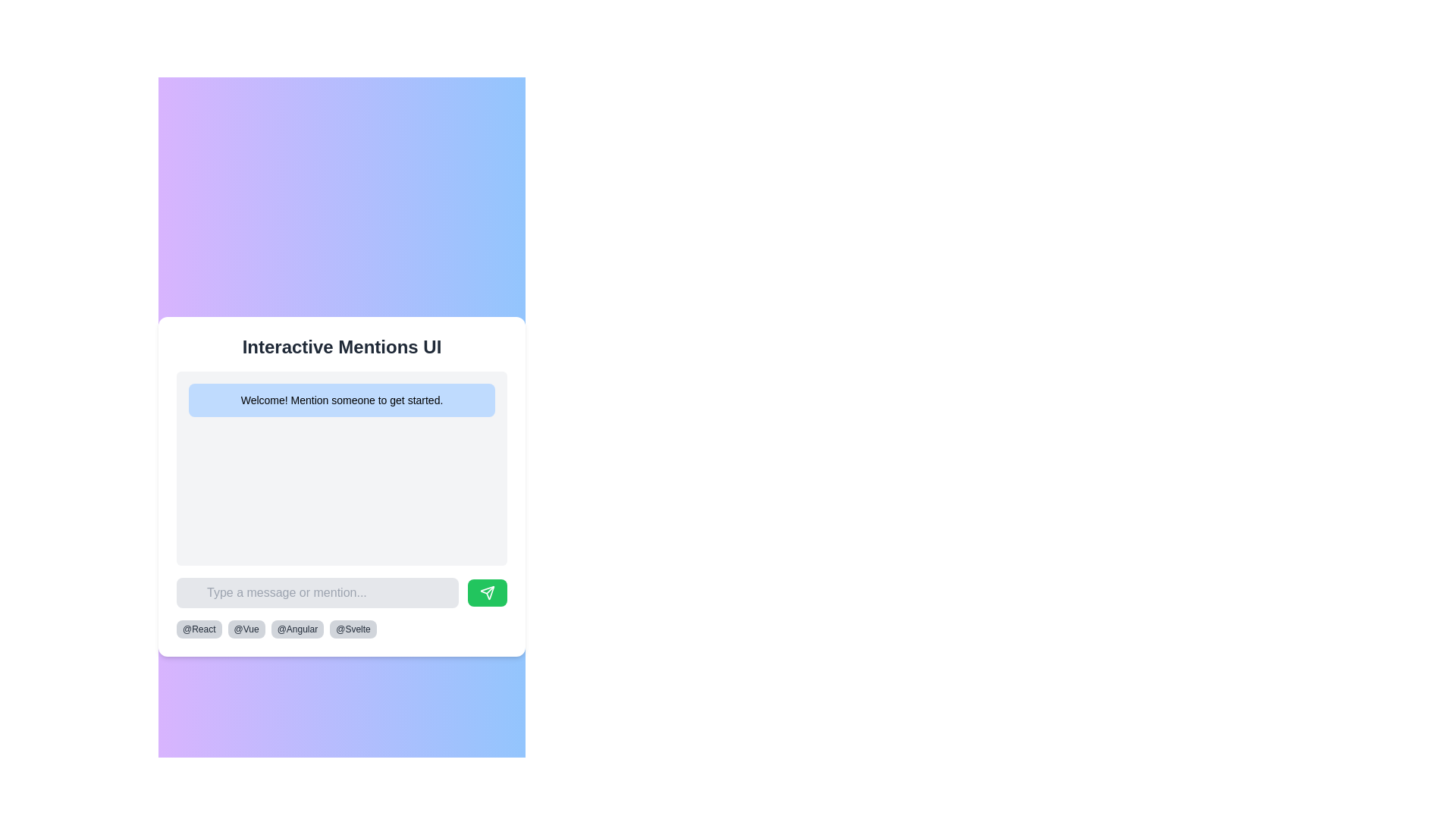  What do you see at coordinates (488, 592) in the screenshot?
I see `the submit button located at the bottom-right corner of the form to send the content entered in the adjacent text field` at bounding box center [488, 592].